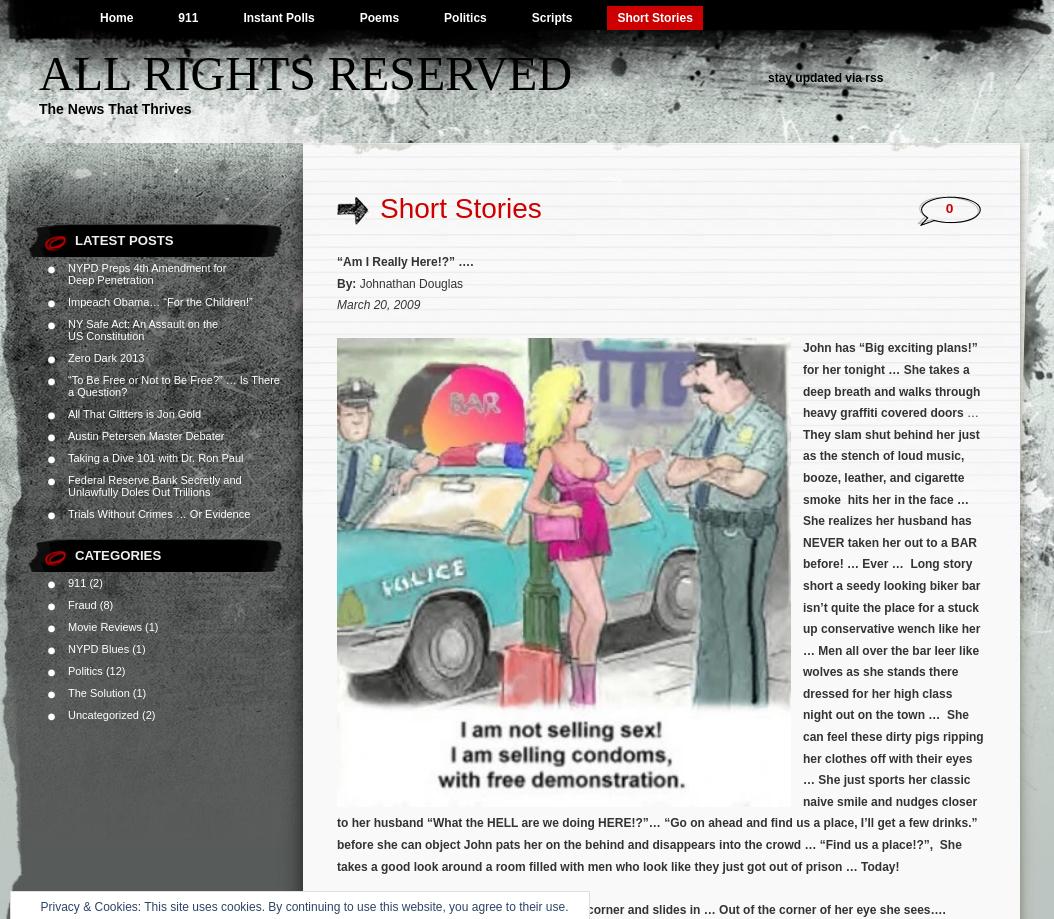  What do you see at coordinates (145, 435) in the screenshot?
I see `'Austin Petersen Master Debater'` at bounding box center [145, 435].